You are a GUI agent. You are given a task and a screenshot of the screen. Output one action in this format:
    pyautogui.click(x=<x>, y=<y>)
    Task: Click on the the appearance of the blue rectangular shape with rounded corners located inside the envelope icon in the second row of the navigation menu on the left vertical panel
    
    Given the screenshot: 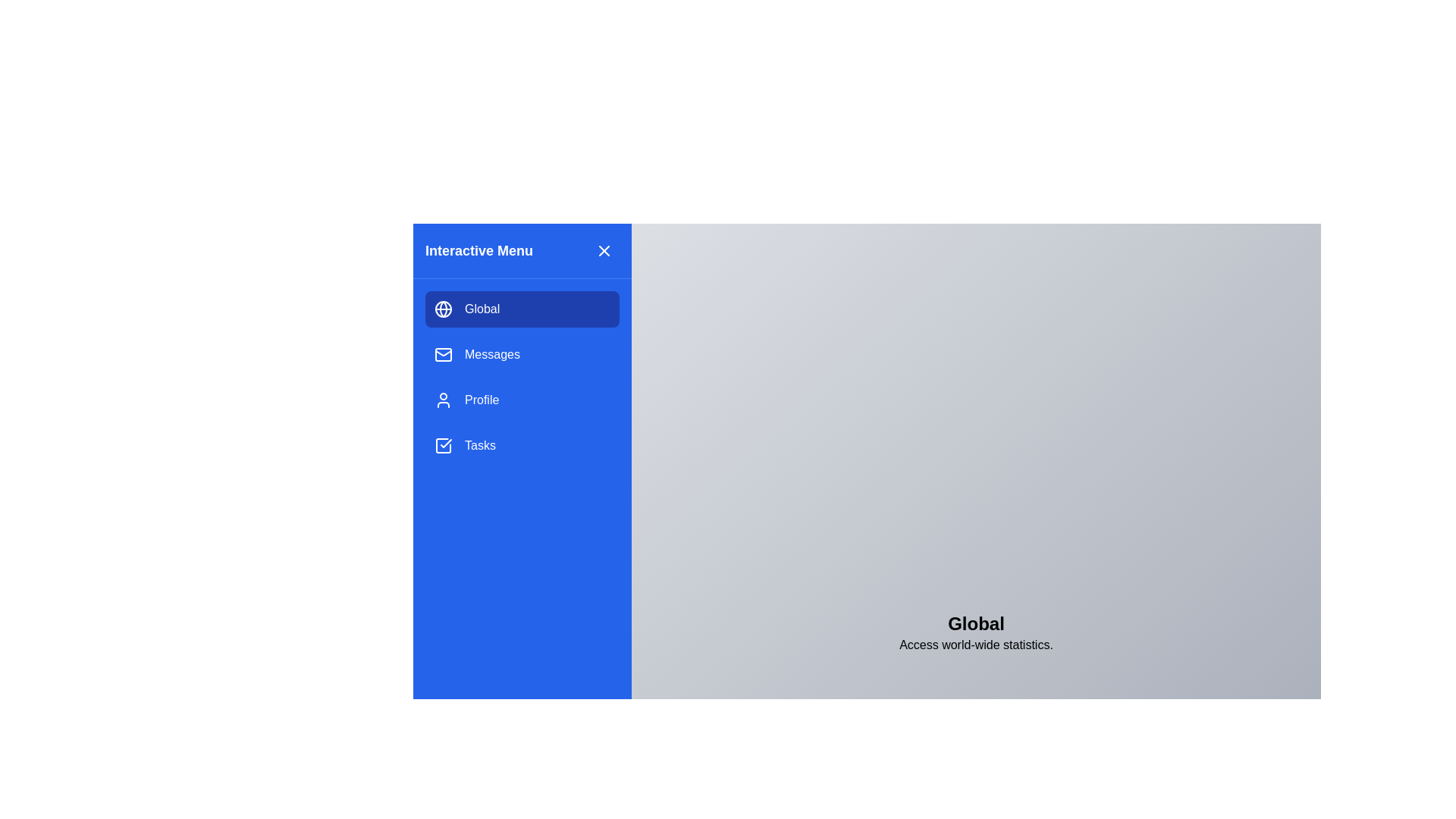 What is the action you would take?
    pyautogui.click(x=443, y=354)
    